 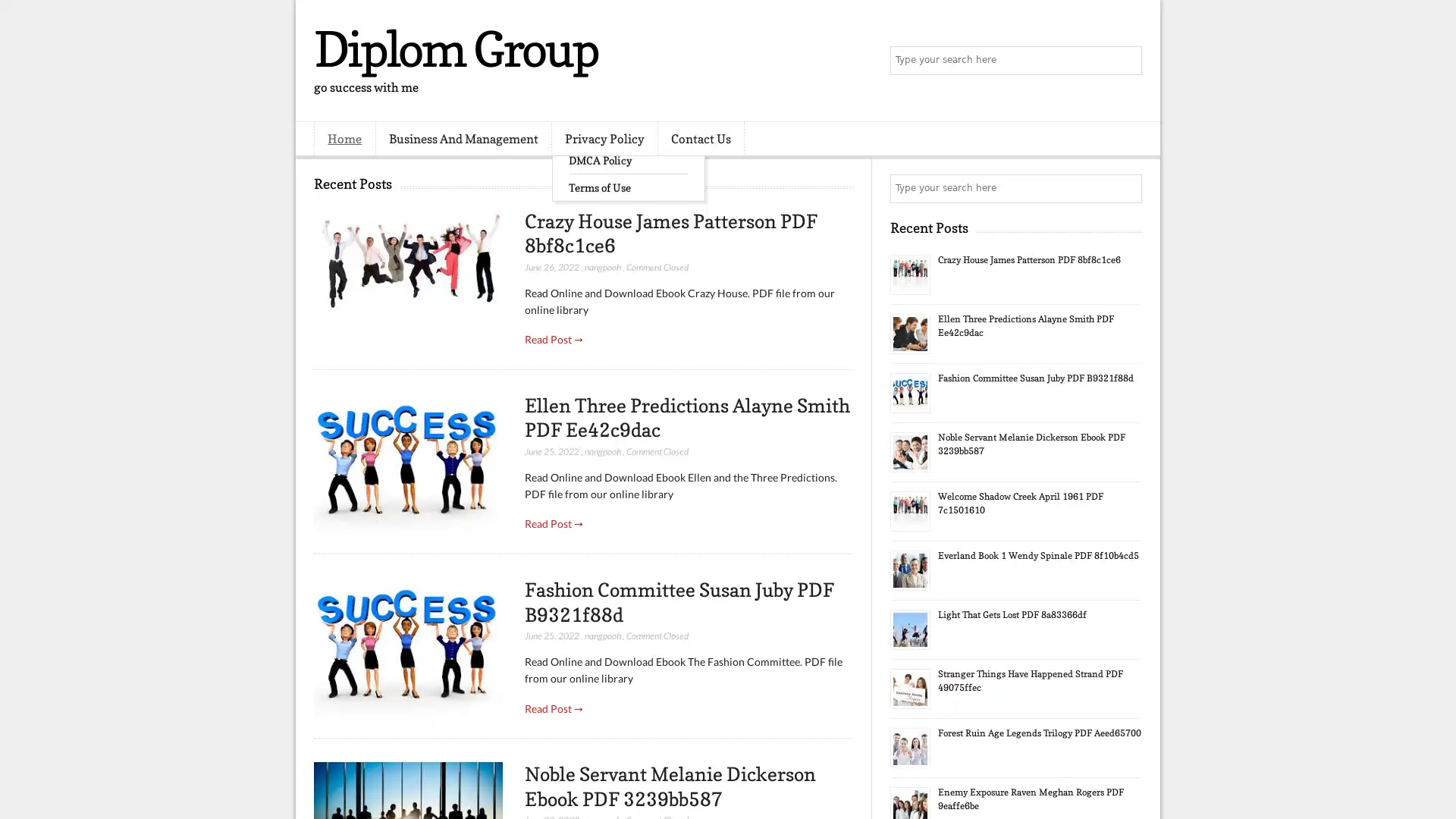 What do you see at coordinates (1126, 188) in the screenshot?
I see `Search` at bounding box center [1126, 188].